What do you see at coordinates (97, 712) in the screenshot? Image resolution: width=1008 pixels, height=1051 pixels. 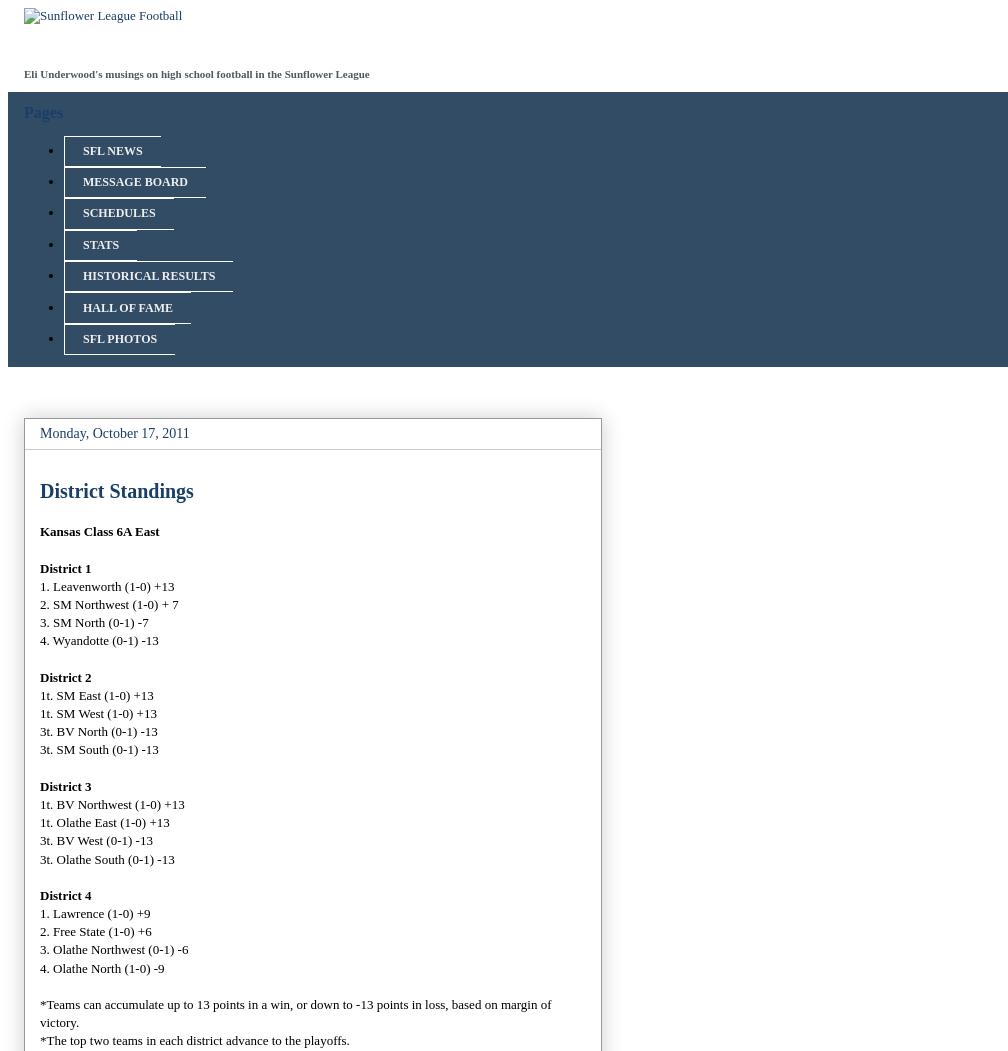 I see `'1t. SM West (1-0) +13'` at bounding box center [97, 712].